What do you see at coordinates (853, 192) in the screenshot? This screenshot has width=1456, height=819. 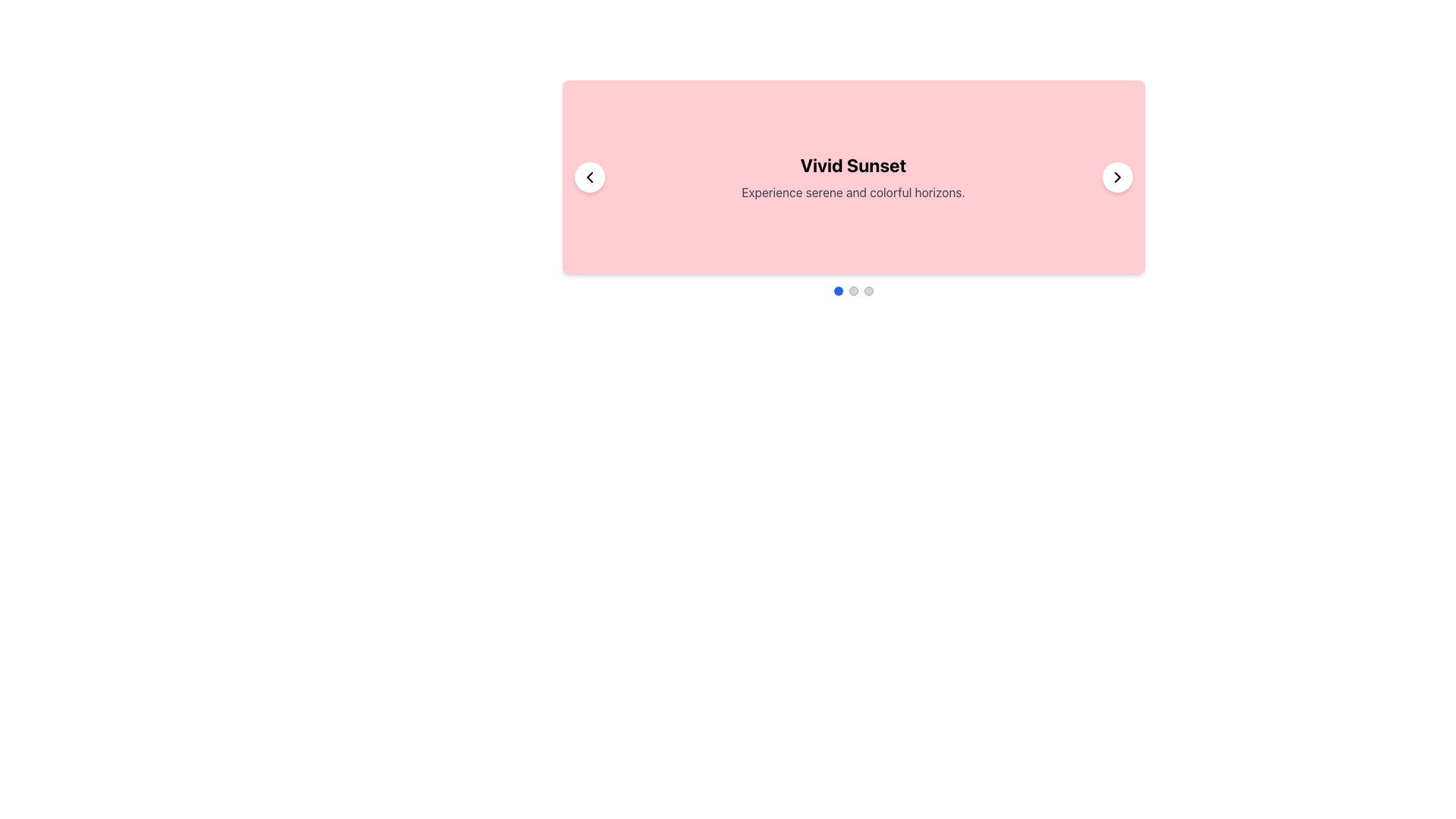 I see `the Text Label that provides additional descriptive text below the 'Vivid Sunset' heading in the centered pink box` at bounding box center [853, 192].